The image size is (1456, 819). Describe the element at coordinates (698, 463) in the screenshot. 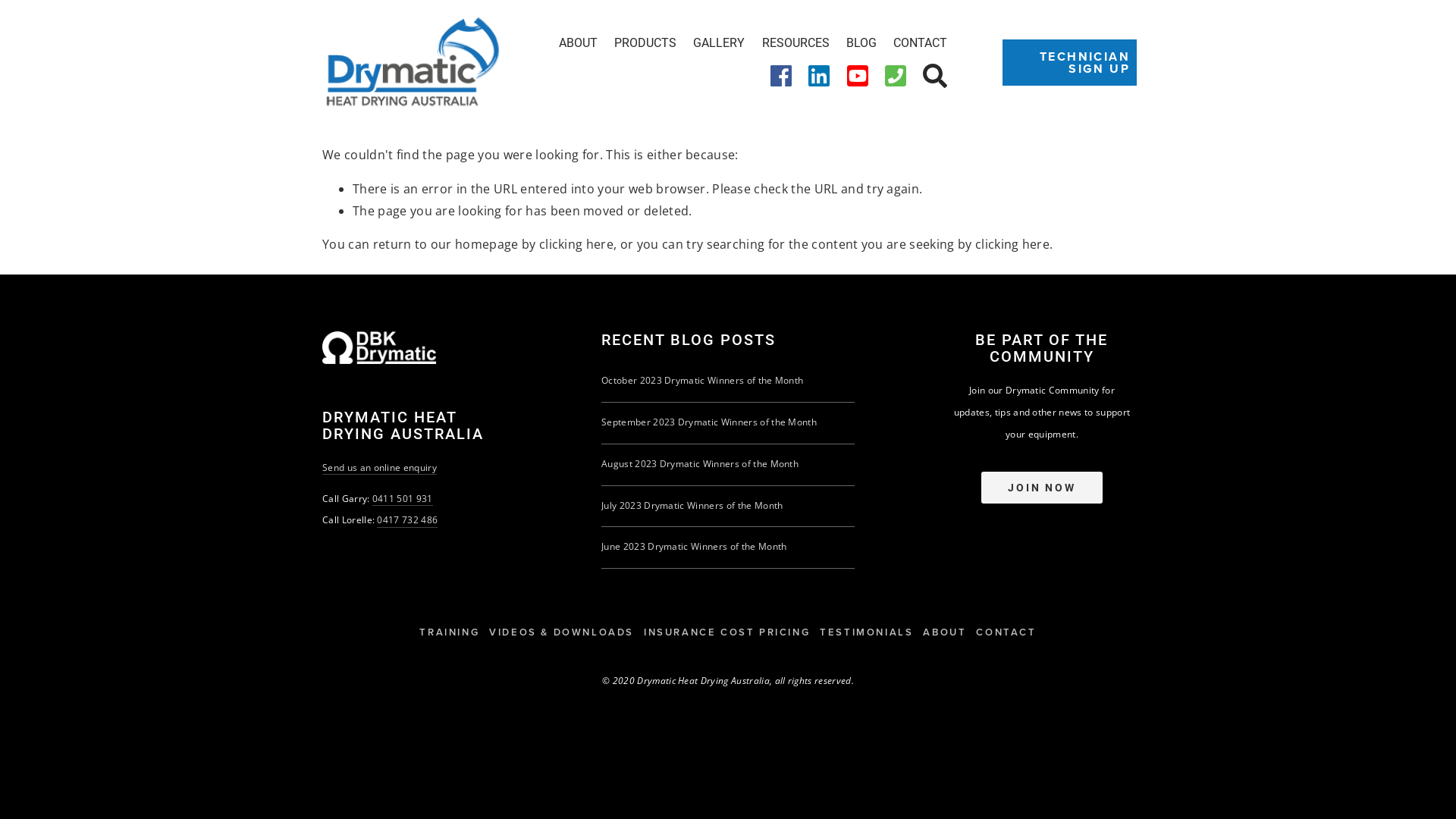

I see `'August 2023 Drymatic Winners of the Month'` at that location.